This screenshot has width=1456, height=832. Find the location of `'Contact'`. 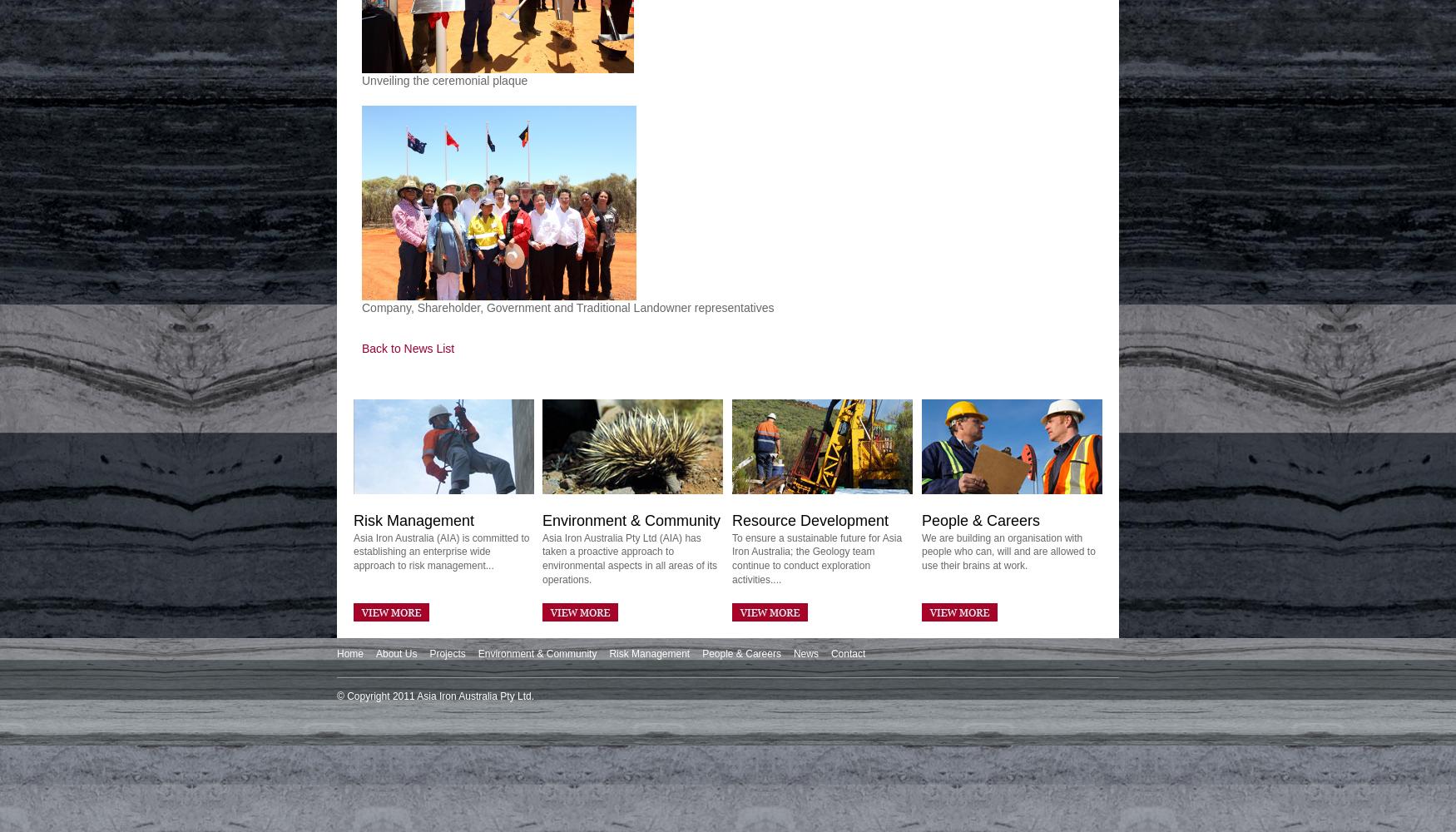

'Contact' is located at coordinates (830, 654).